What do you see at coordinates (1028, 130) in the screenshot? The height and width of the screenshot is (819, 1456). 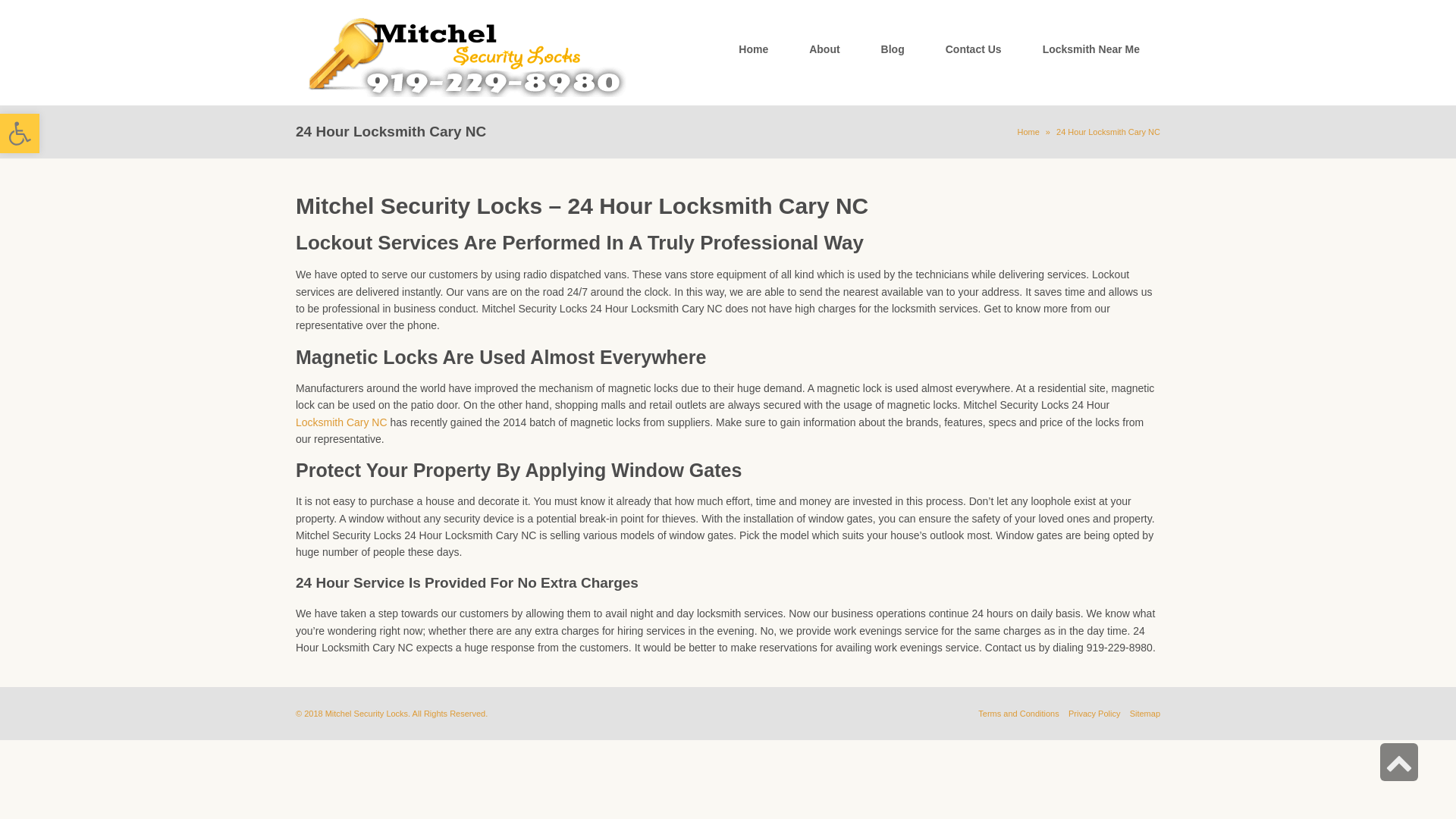 I see `'Home'` at bounding box center [1028, 130].